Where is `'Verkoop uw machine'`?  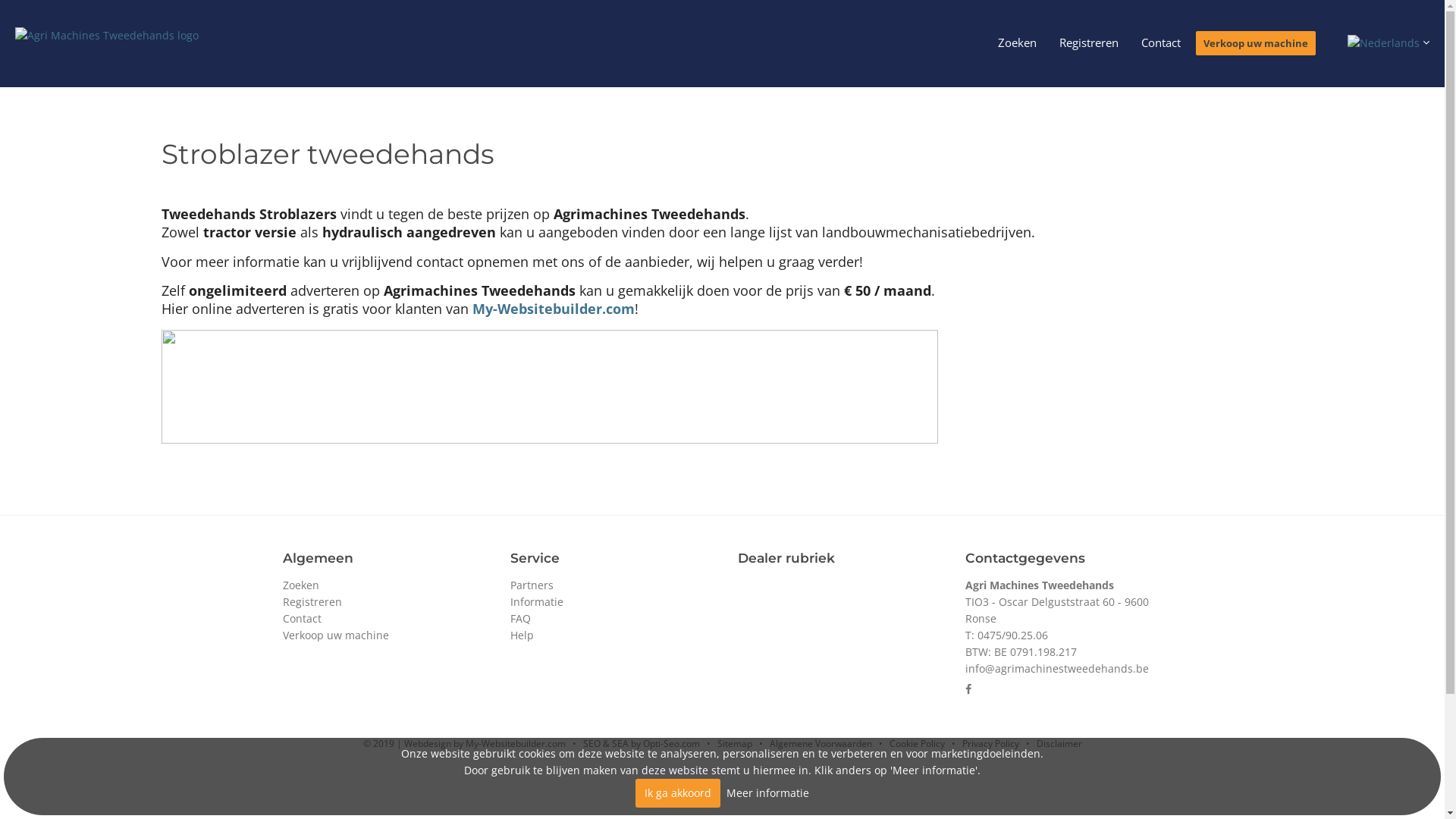
'Verkoop uw machine' is located at coordinates (1256, 42).